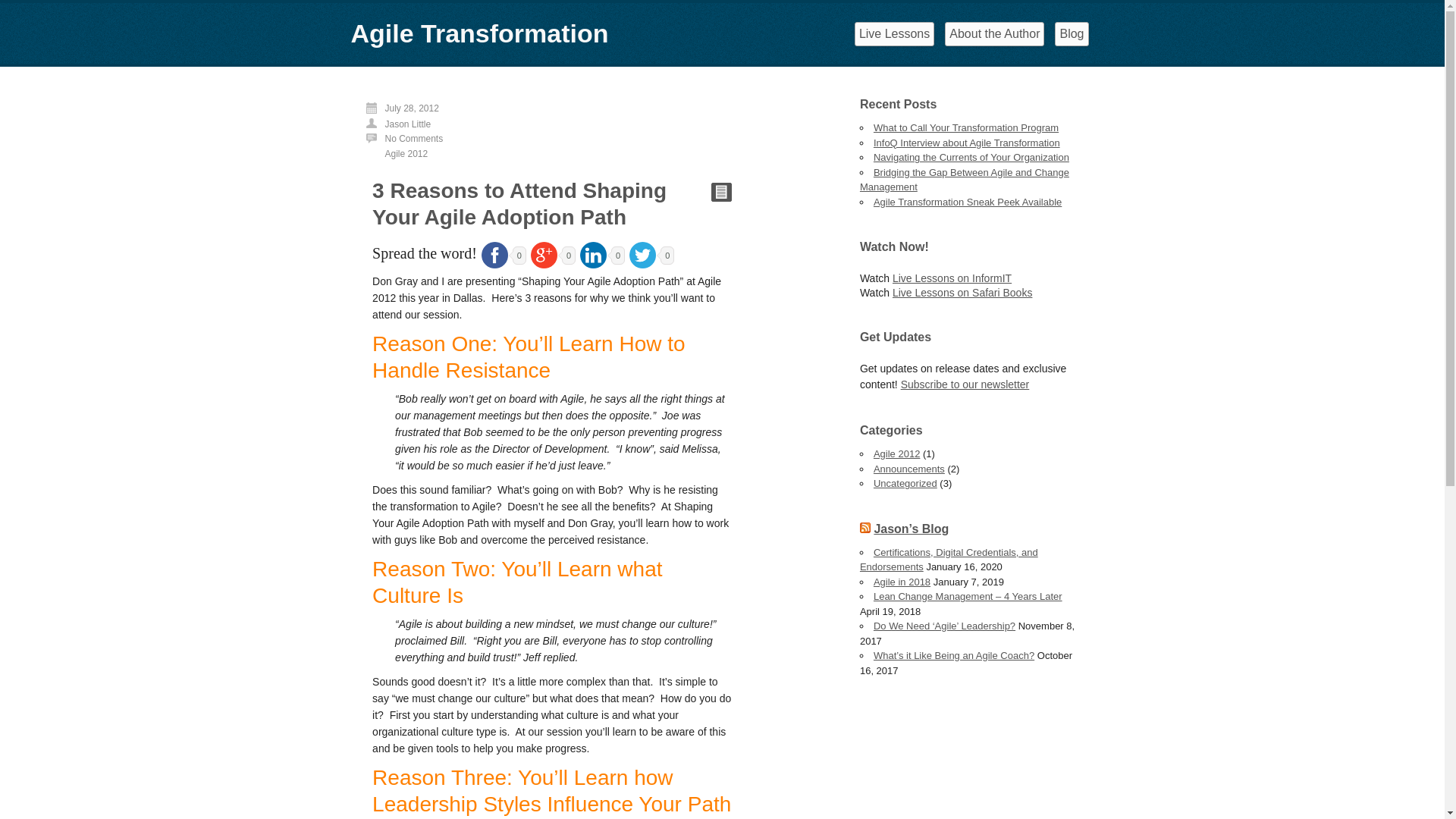  Describe the element at coordinates (385, 138) in the screenshot. I see `'No Comments'` at that location.